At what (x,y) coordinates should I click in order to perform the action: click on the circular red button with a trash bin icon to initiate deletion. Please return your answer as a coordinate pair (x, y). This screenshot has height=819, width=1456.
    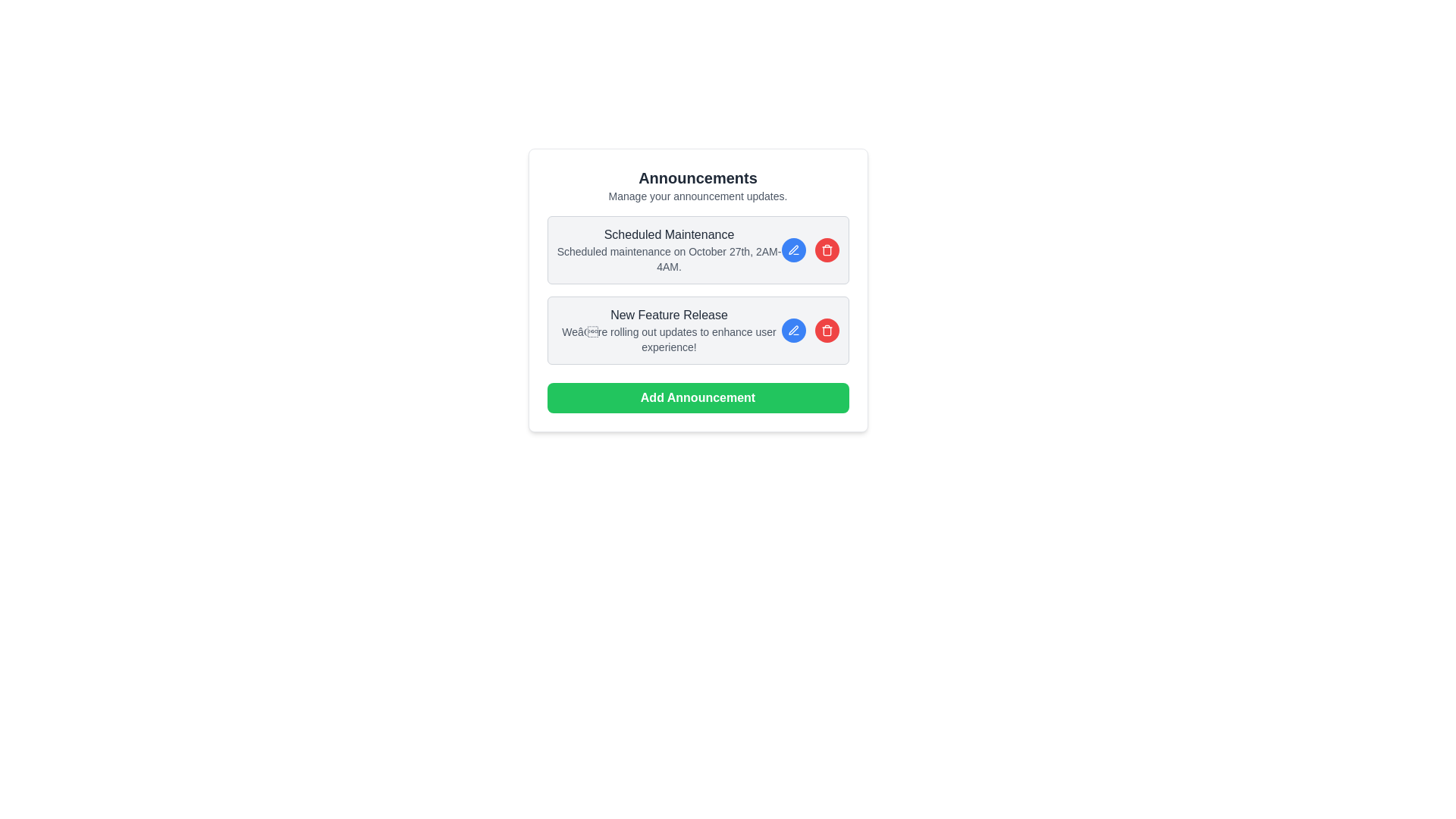
    Looking at the image, I should click on (826, 249).